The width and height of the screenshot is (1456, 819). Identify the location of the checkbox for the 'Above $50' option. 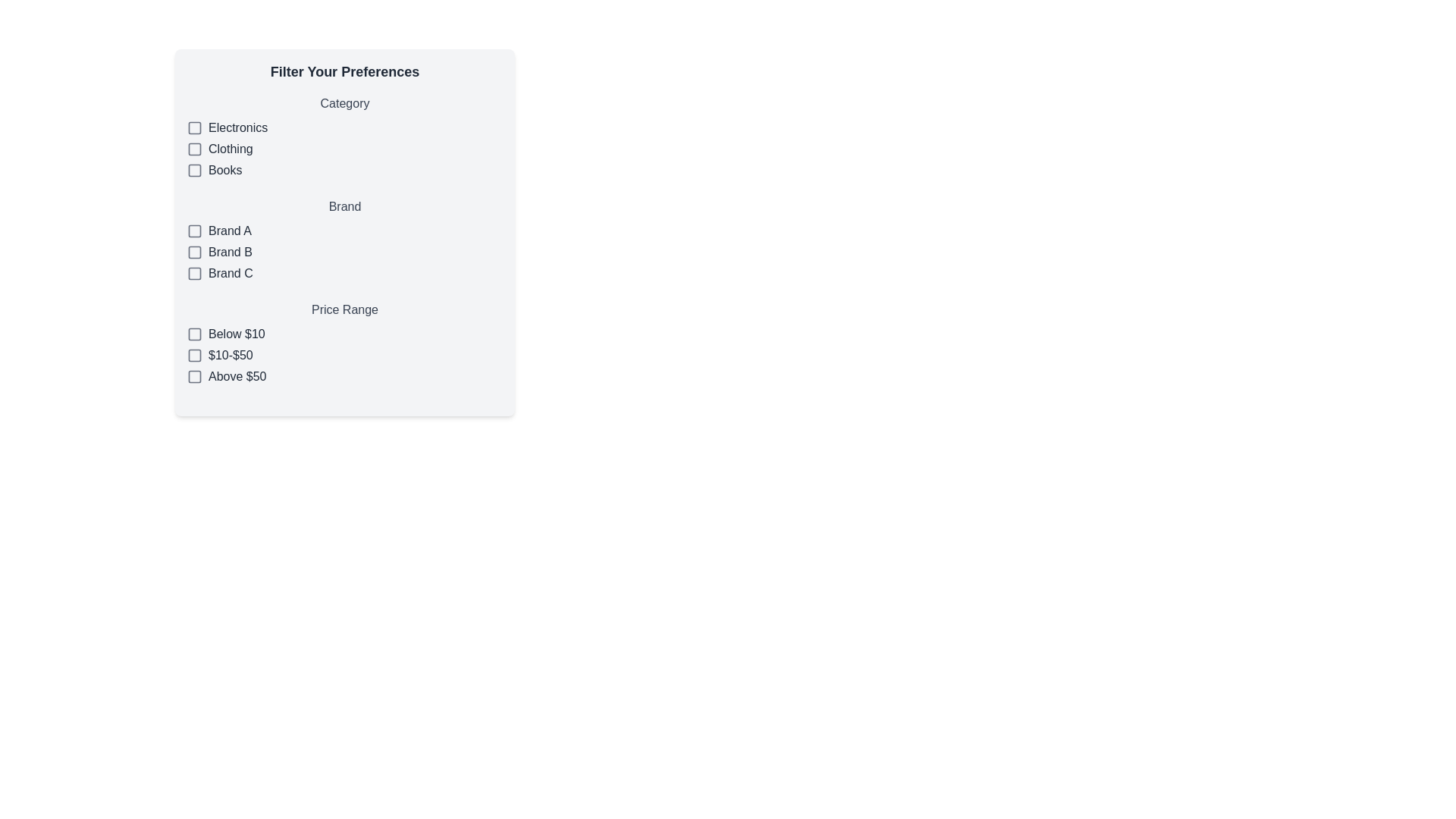
(194, 376).